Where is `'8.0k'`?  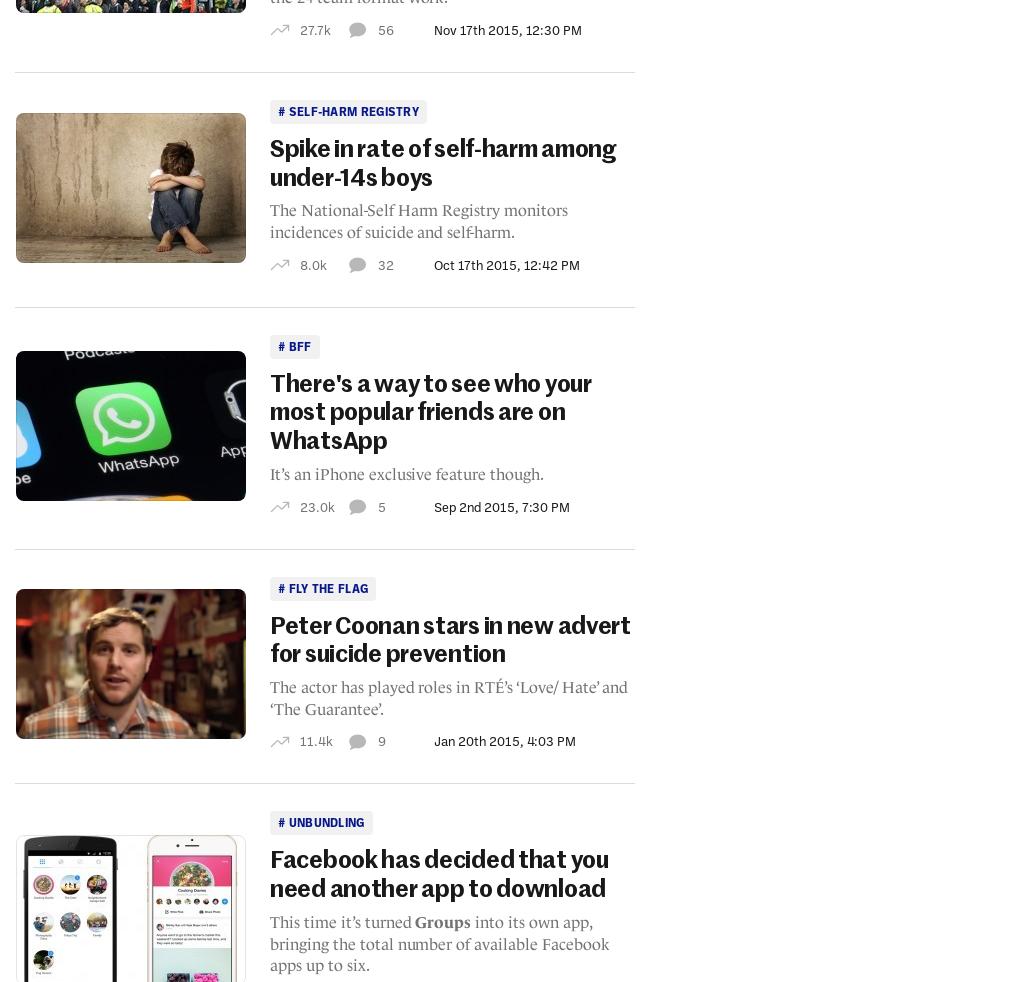 '8.0k' is located at coordinates (298, 263).